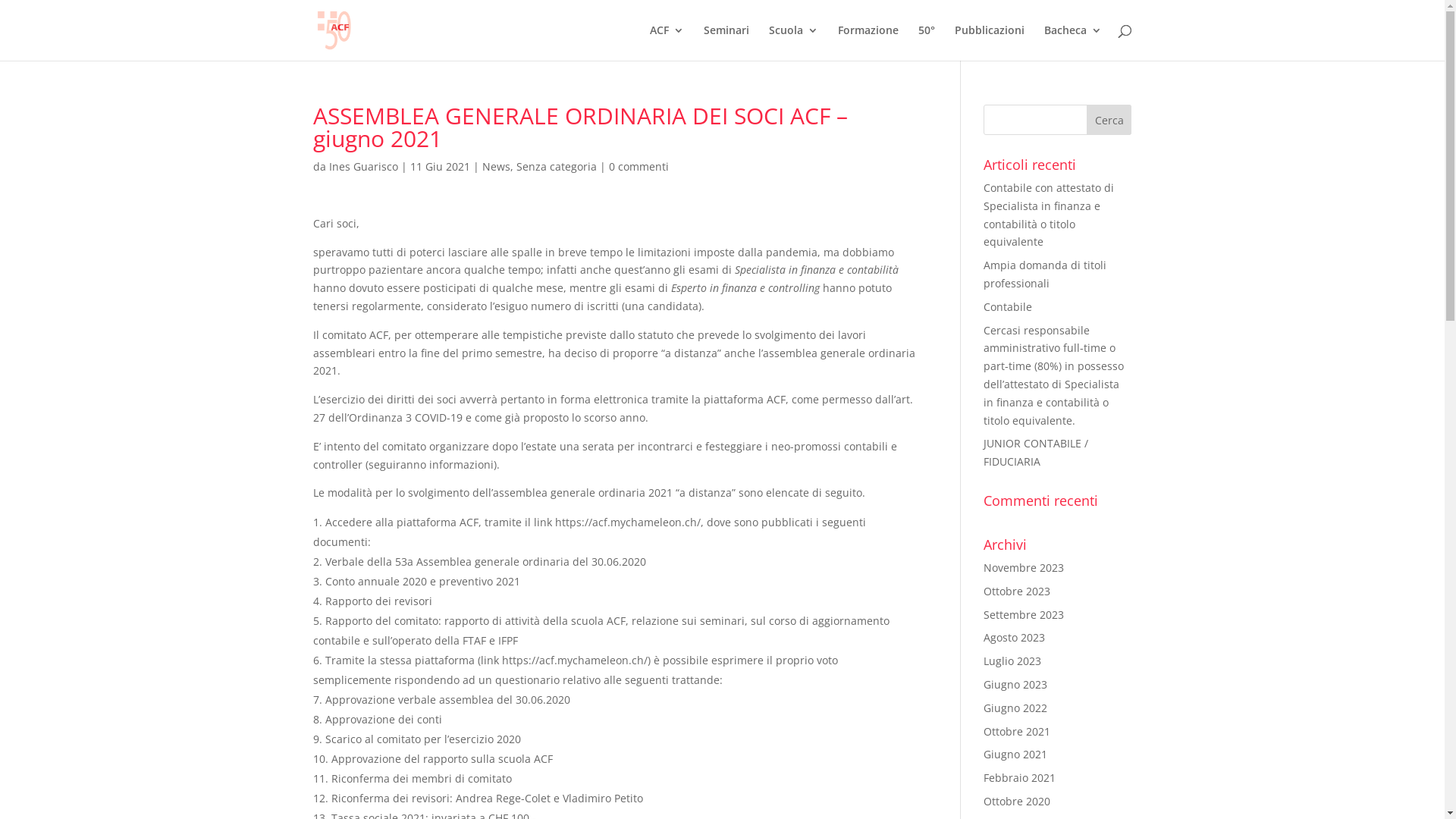 This screenshot has width=1456, height=819. What do you see at coordinates (496, 166) in the screenshot?
I see `'News'` at bounding box center [496, 166].